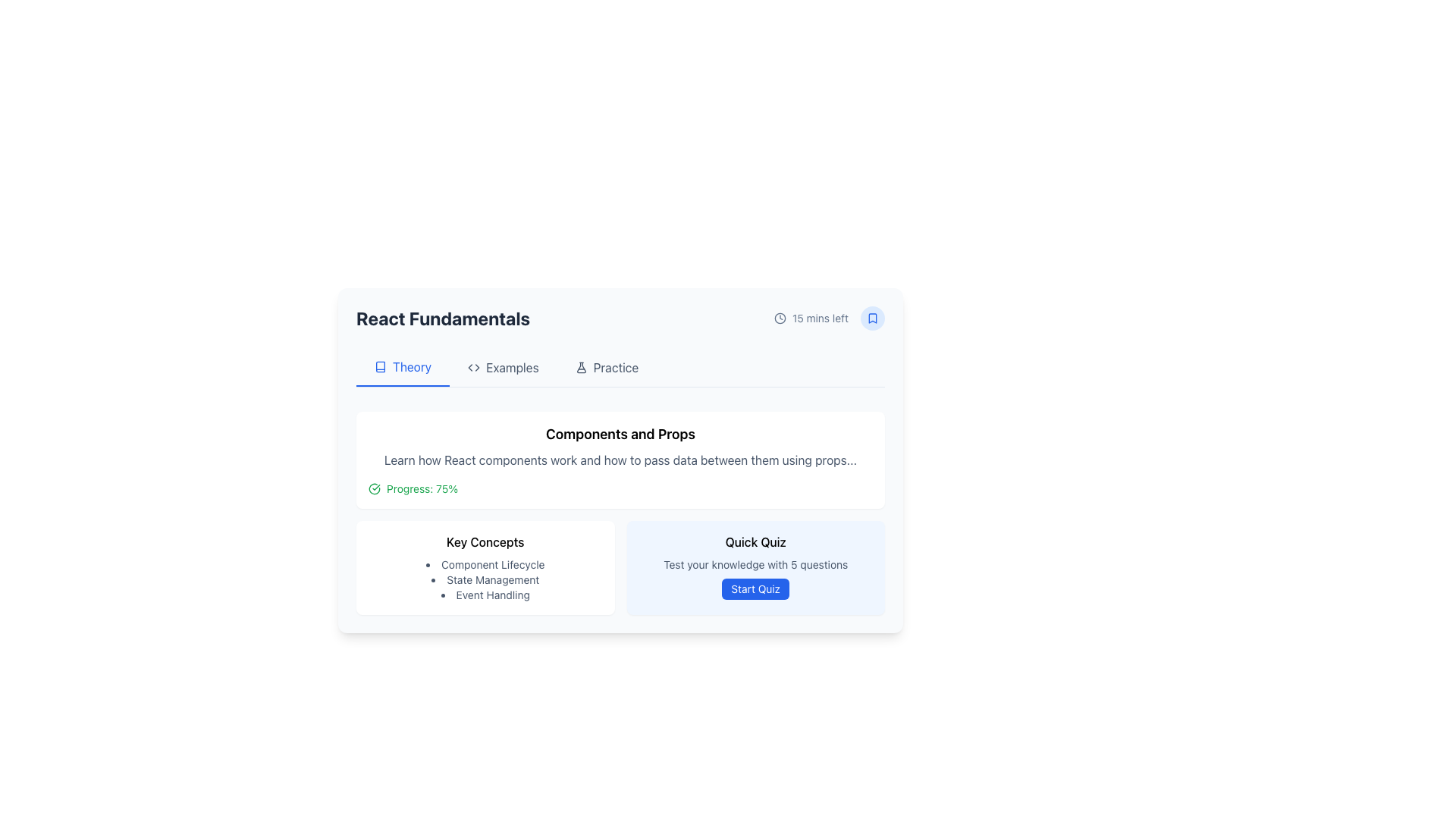  I want to click on the 'Theory' button in the navigation bar, so click(403, 368).